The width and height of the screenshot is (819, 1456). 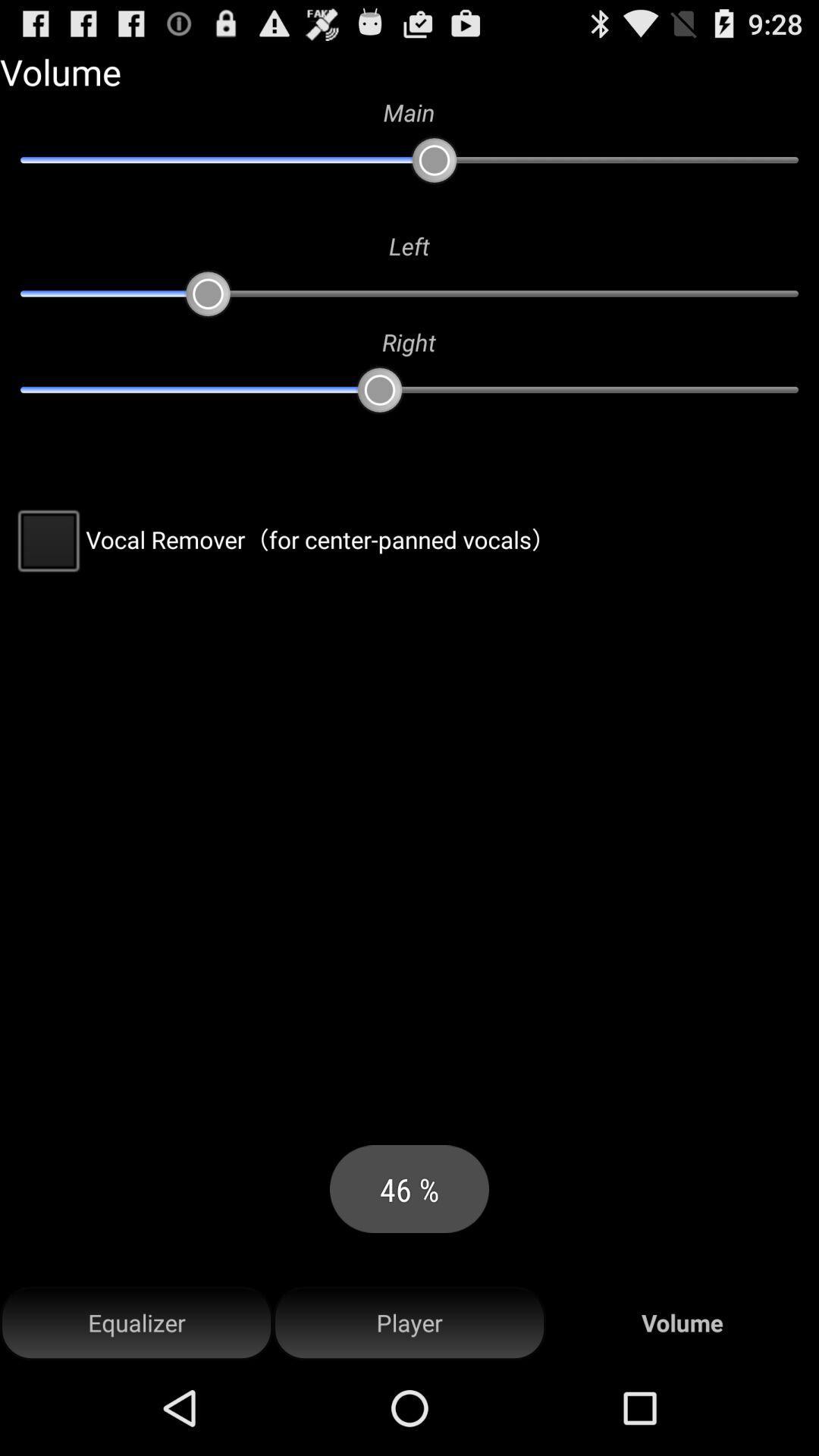 What do you see at coordinates (283, 539) in the screenshot?
I see `the button above the equalizer` at bounding box center [283, 539].